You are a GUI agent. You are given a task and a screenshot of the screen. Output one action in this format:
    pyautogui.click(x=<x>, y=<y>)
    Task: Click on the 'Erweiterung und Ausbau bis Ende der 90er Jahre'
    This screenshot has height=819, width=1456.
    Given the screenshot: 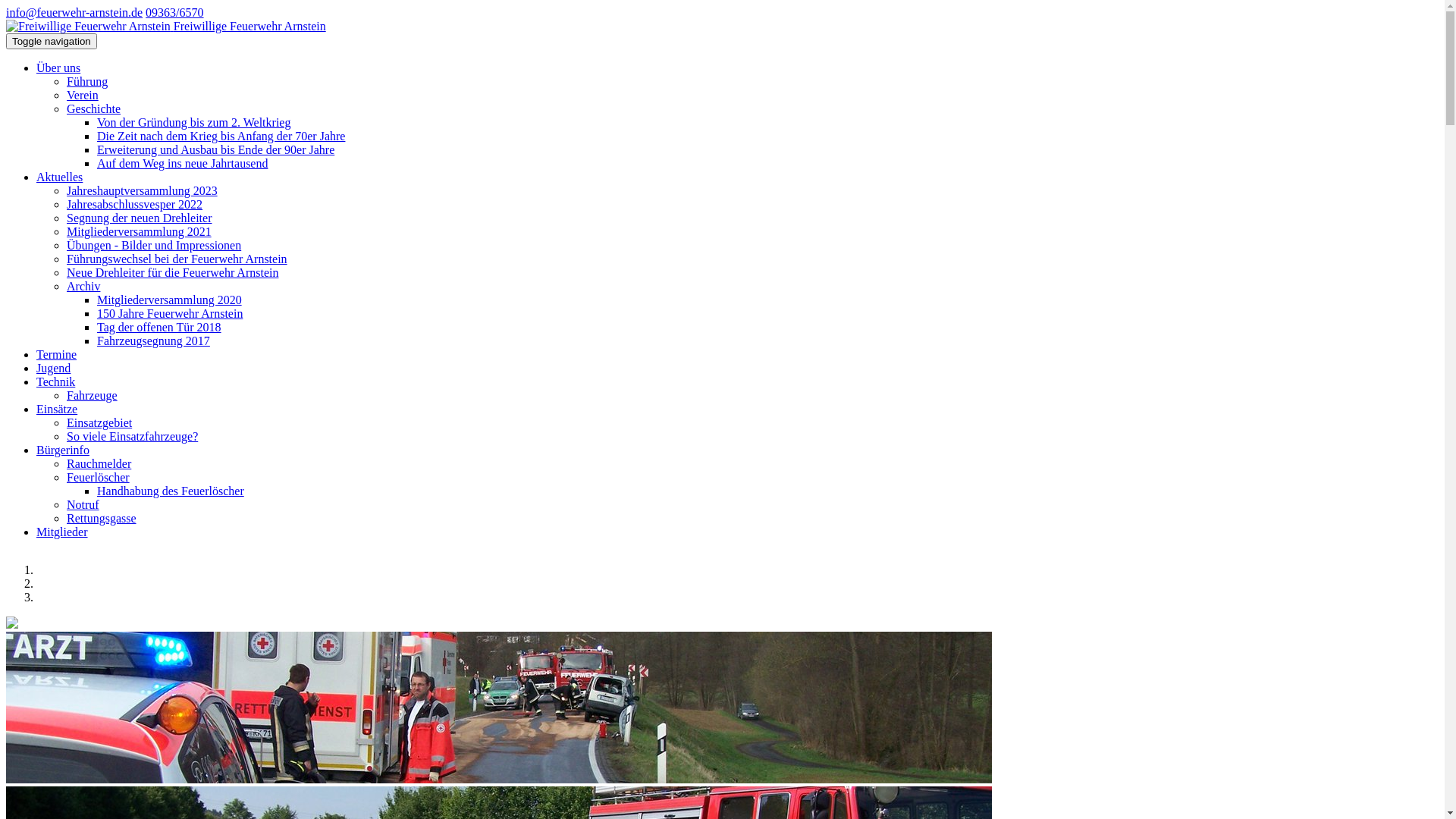 What is the action you would take?
    pyautogui.click(x=215, y=149)
    